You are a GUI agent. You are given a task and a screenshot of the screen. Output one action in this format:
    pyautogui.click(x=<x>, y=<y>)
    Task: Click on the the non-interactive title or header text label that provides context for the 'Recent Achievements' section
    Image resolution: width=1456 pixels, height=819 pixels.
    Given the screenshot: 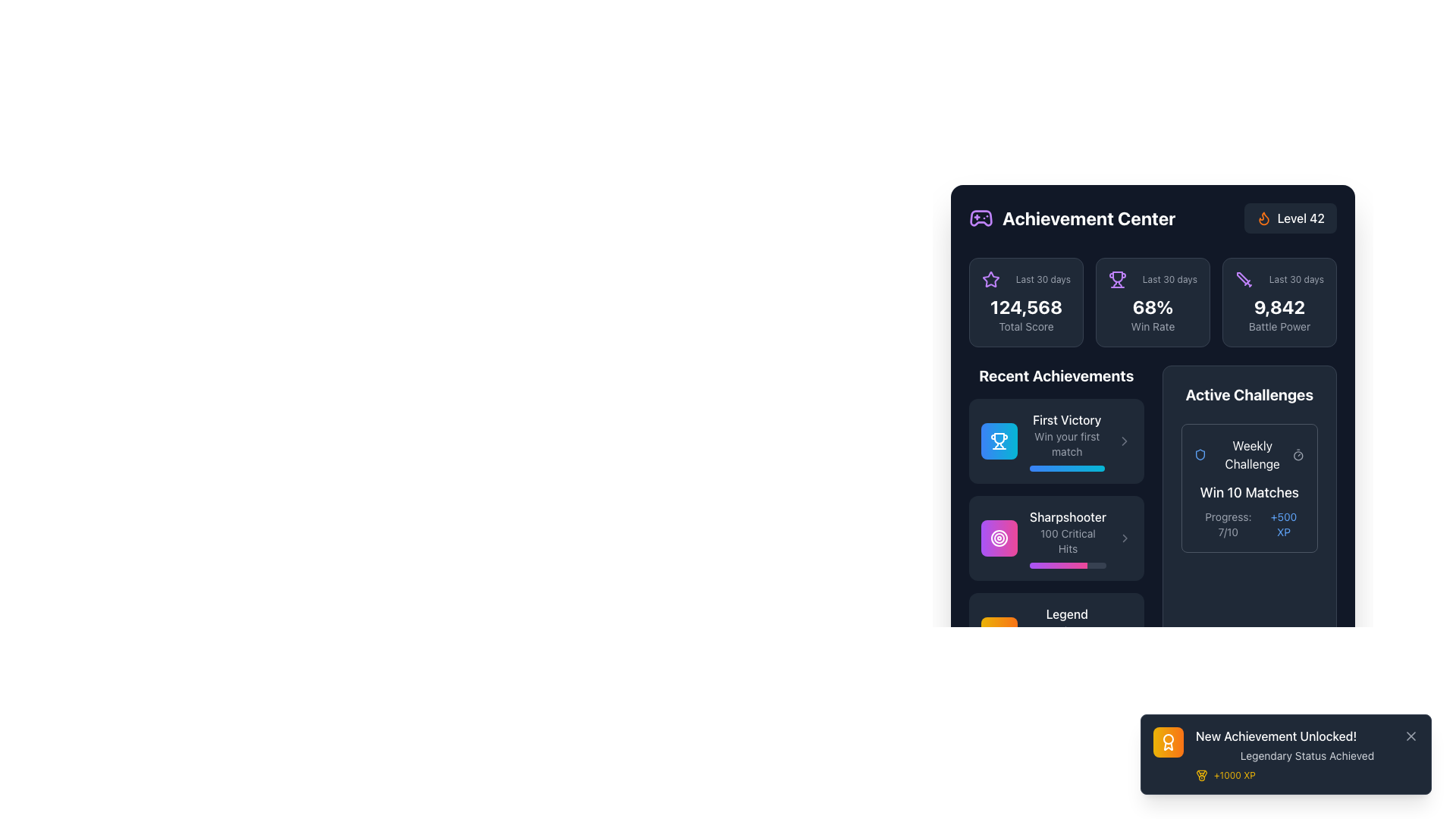 What is the action you would take?
    pyautogui.click(x=1056, y=375)
    